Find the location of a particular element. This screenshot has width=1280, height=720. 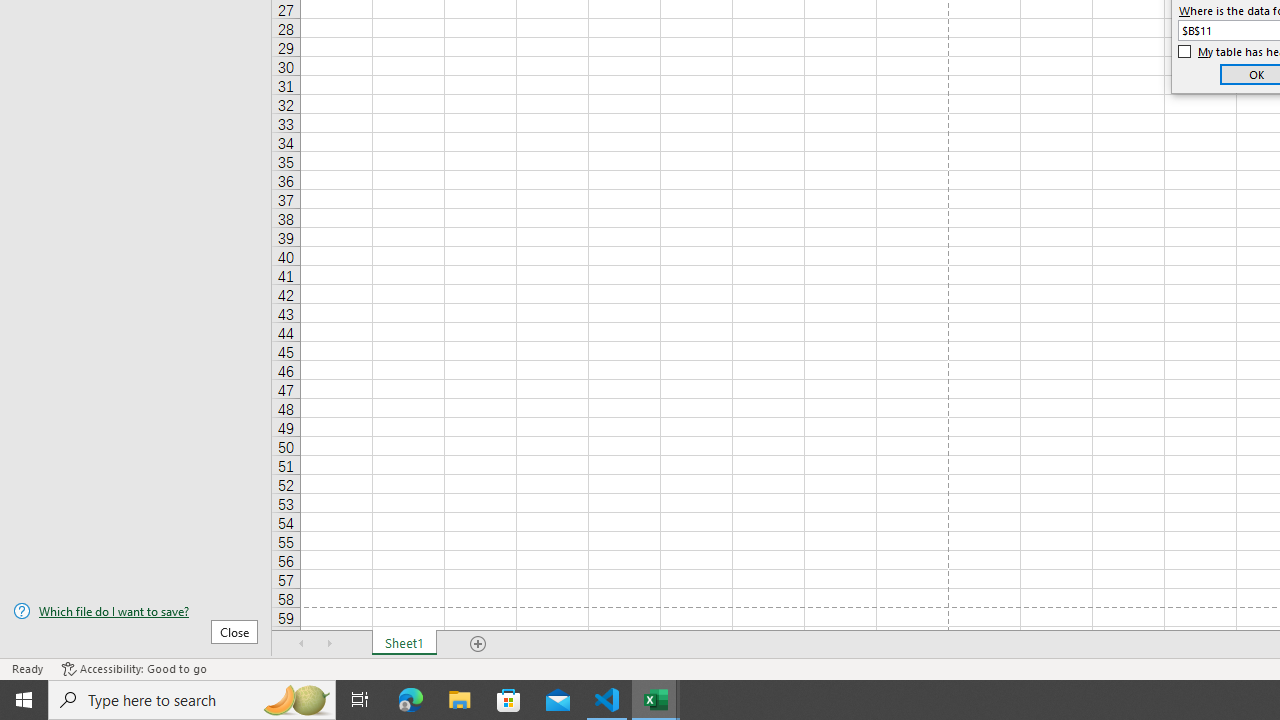

'Which file do I want to save?' is located at coordinates (135, 610).